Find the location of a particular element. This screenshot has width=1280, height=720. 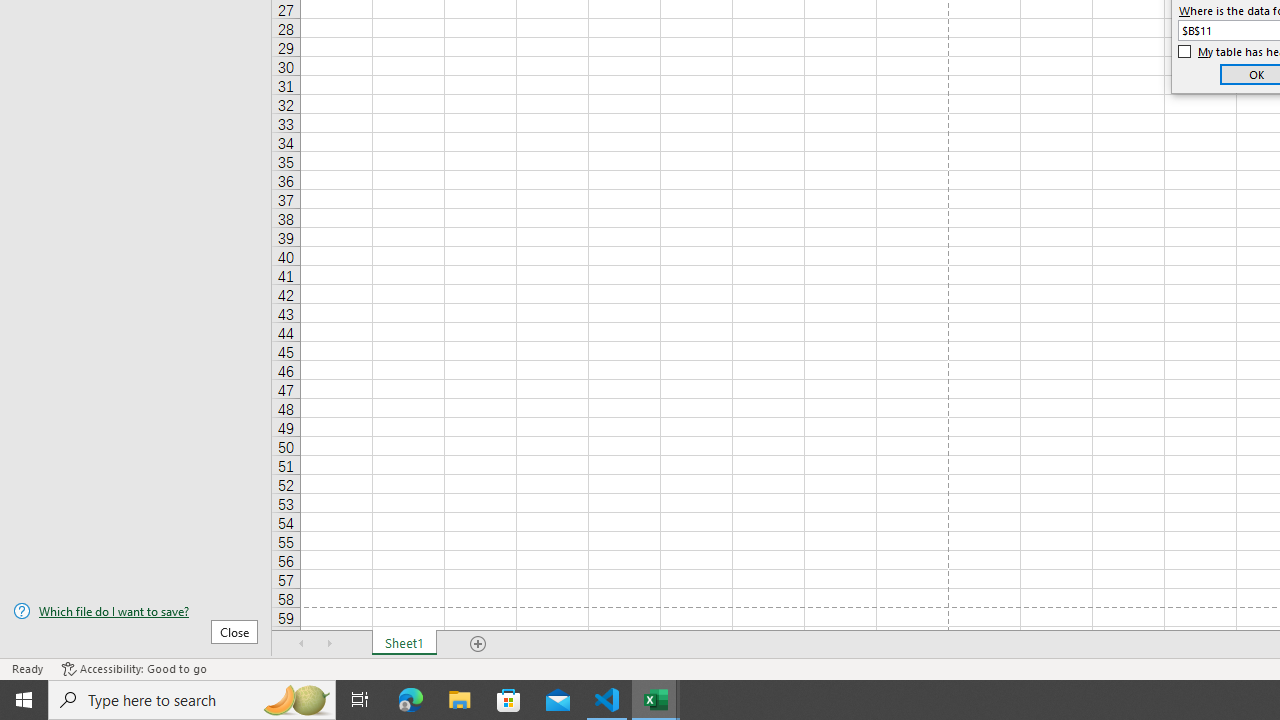

'Which file do I want to save?' is located at coordinates (135, 610).